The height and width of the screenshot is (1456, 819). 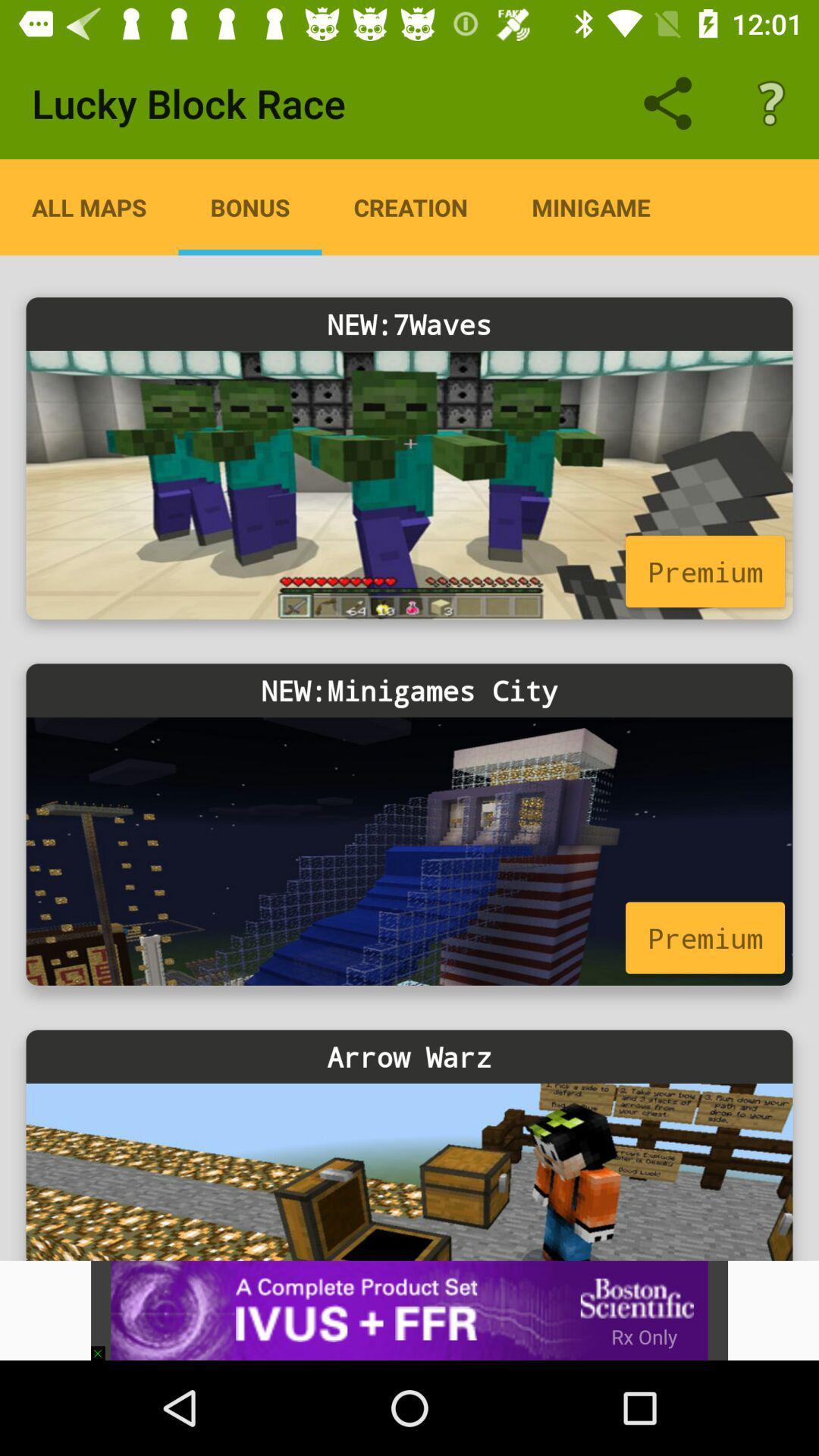 I want to click on the item next to the bonus app, so click(x=89, y=206).